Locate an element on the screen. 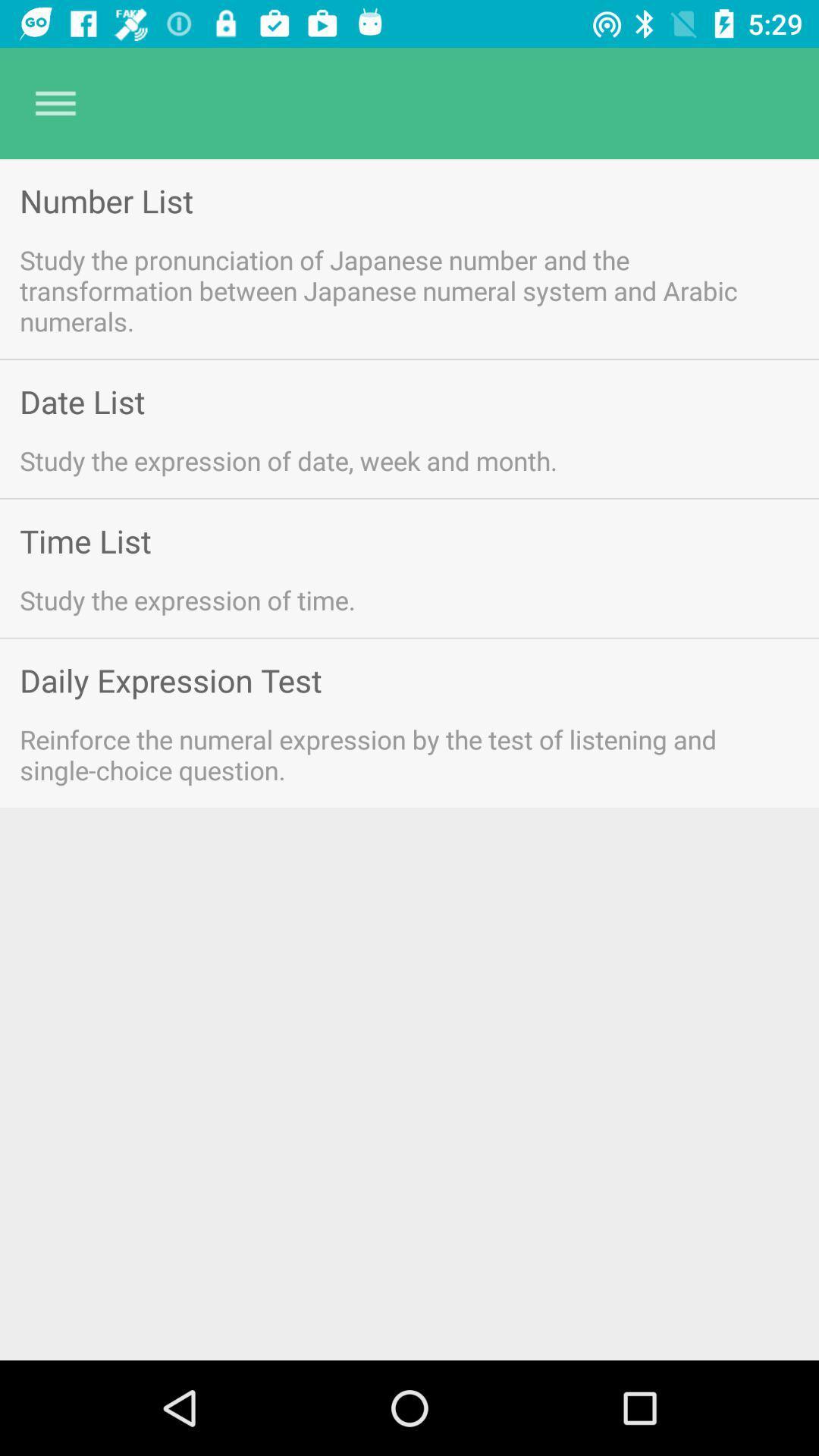 The image size is (819, 1456). reinforce the numeral is located at coordinates (388, 755).